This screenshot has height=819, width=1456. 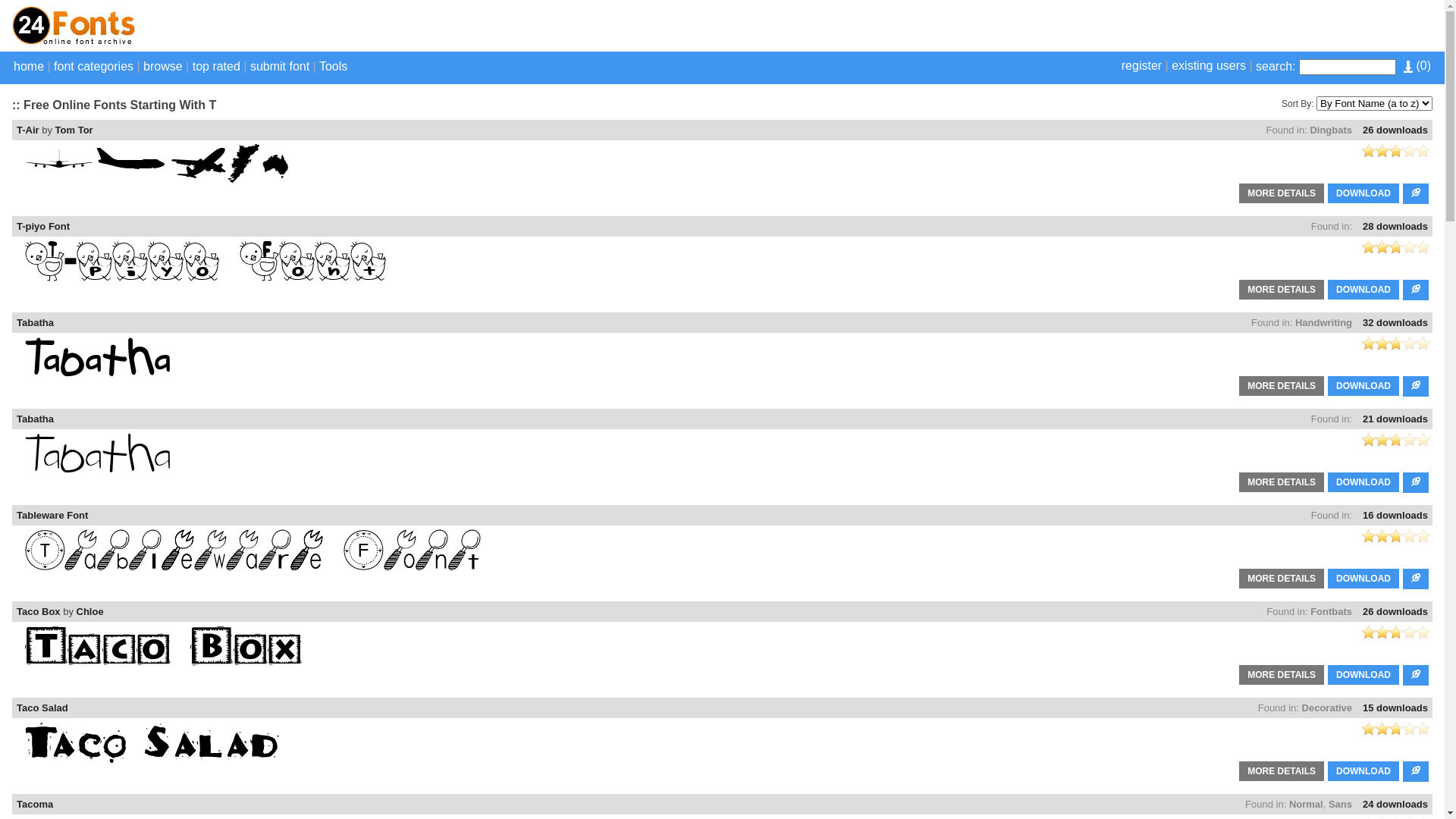 I want to click on 'DOWNLOAD', so click(x=1363, y=192).